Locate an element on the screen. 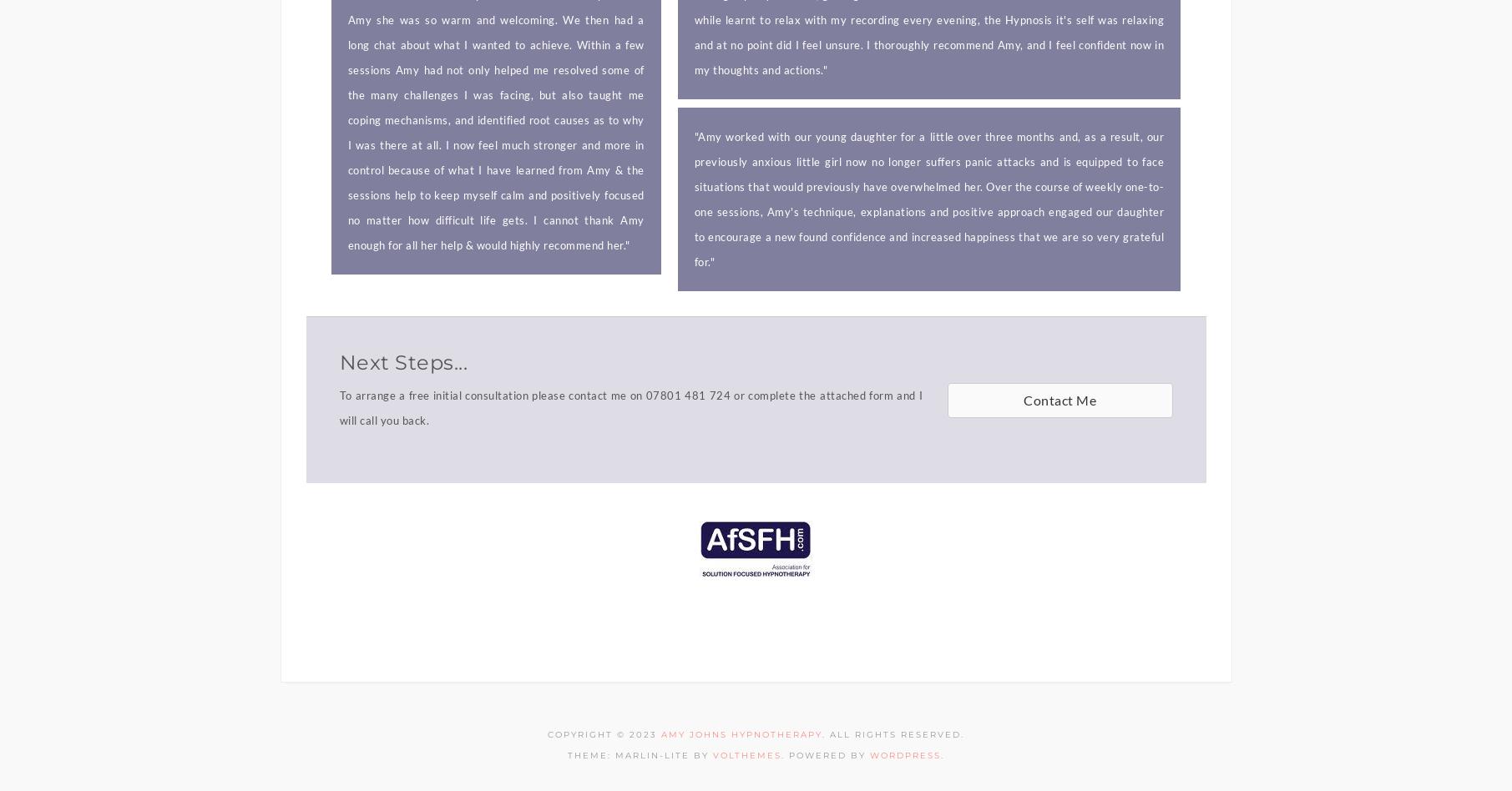 This screenshot has width=1512, height=791. 'Theme: marlin-lite by' is located at coordinates (639, 754).